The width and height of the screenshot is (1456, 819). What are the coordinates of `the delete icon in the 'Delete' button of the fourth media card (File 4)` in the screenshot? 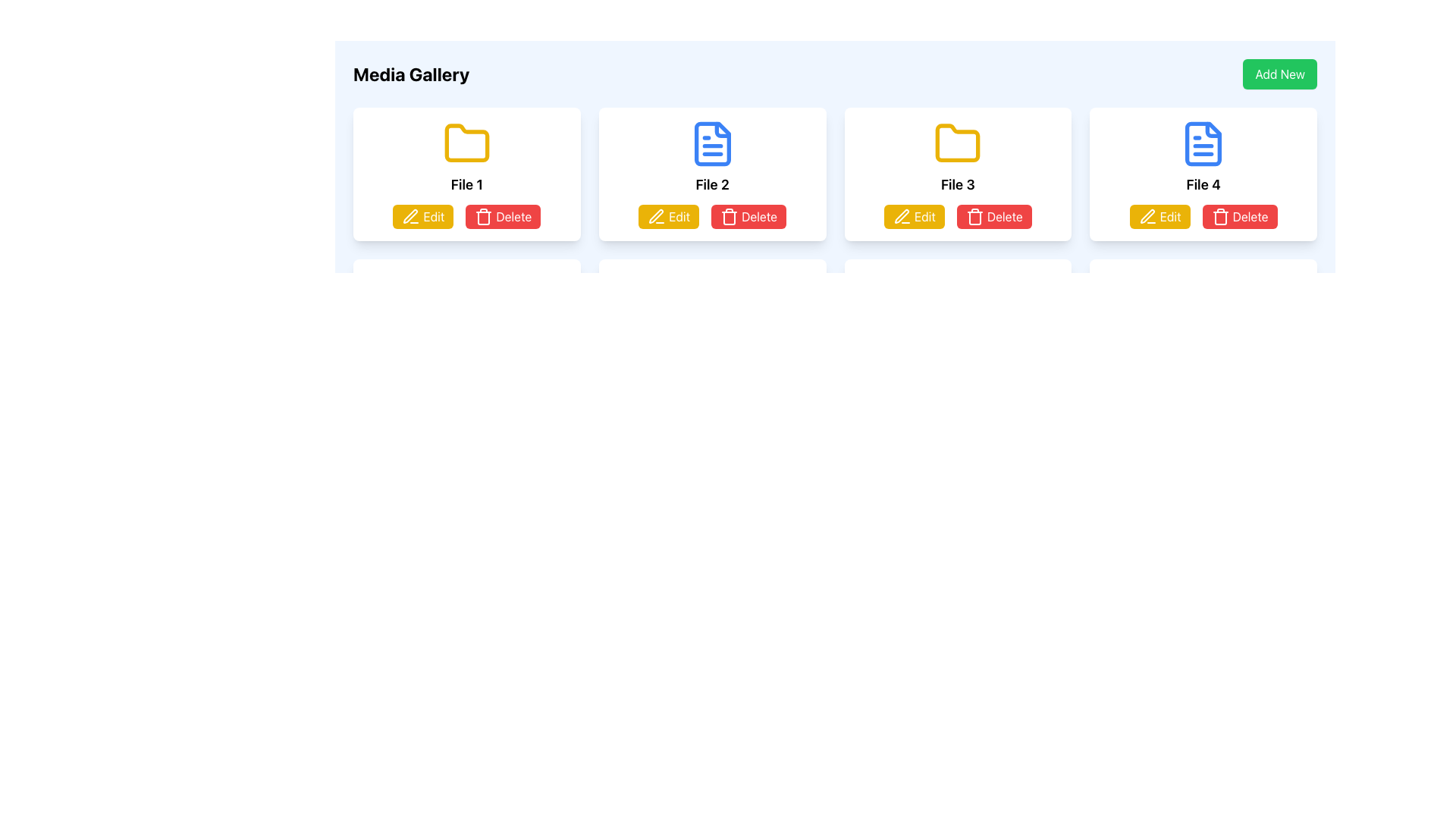 It's located at (1220, 216).